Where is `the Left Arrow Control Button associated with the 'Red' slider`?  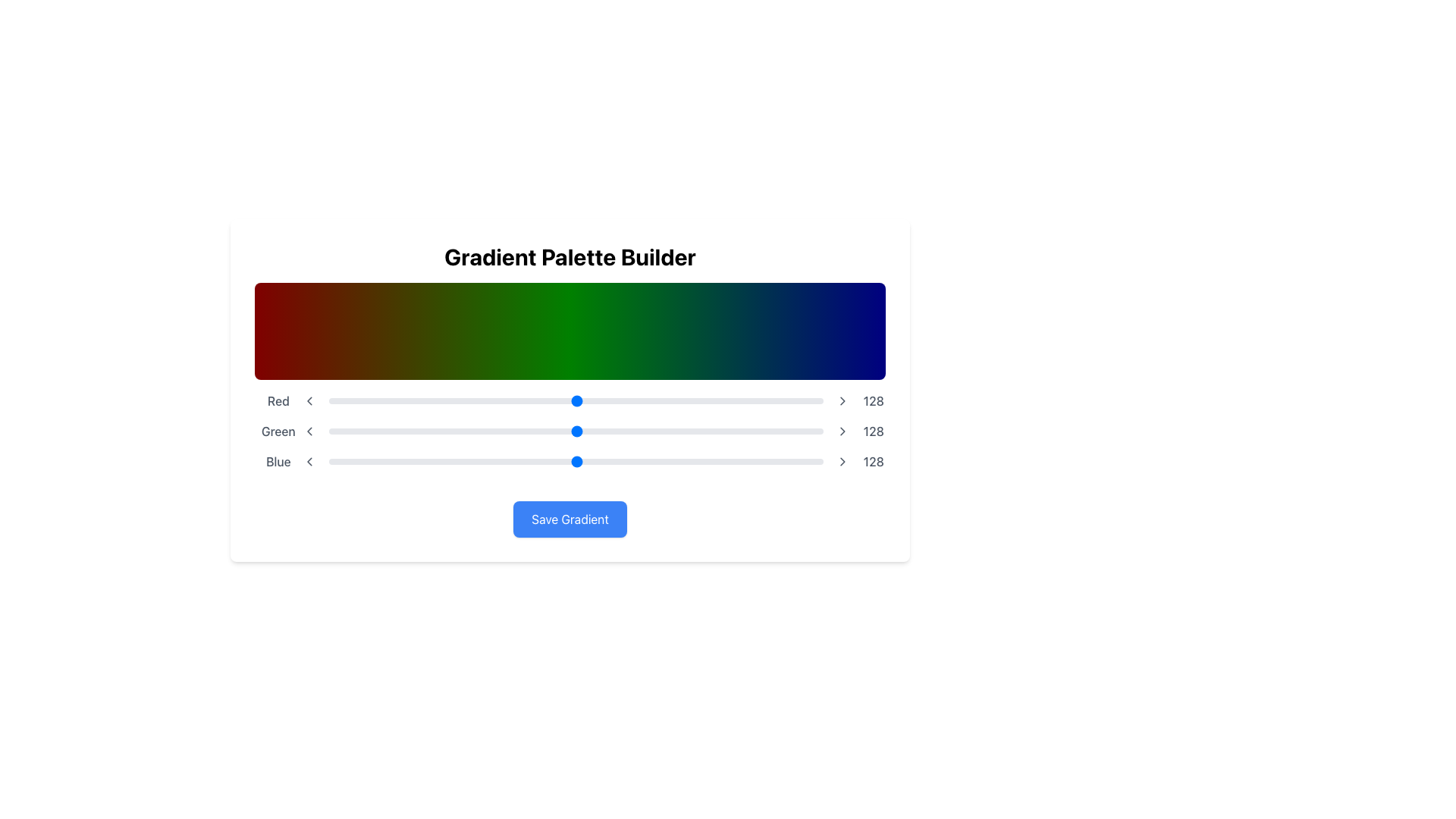 the Left Arrow Control Button associated with the 'Red' slider is located at coordinates (309, 400).